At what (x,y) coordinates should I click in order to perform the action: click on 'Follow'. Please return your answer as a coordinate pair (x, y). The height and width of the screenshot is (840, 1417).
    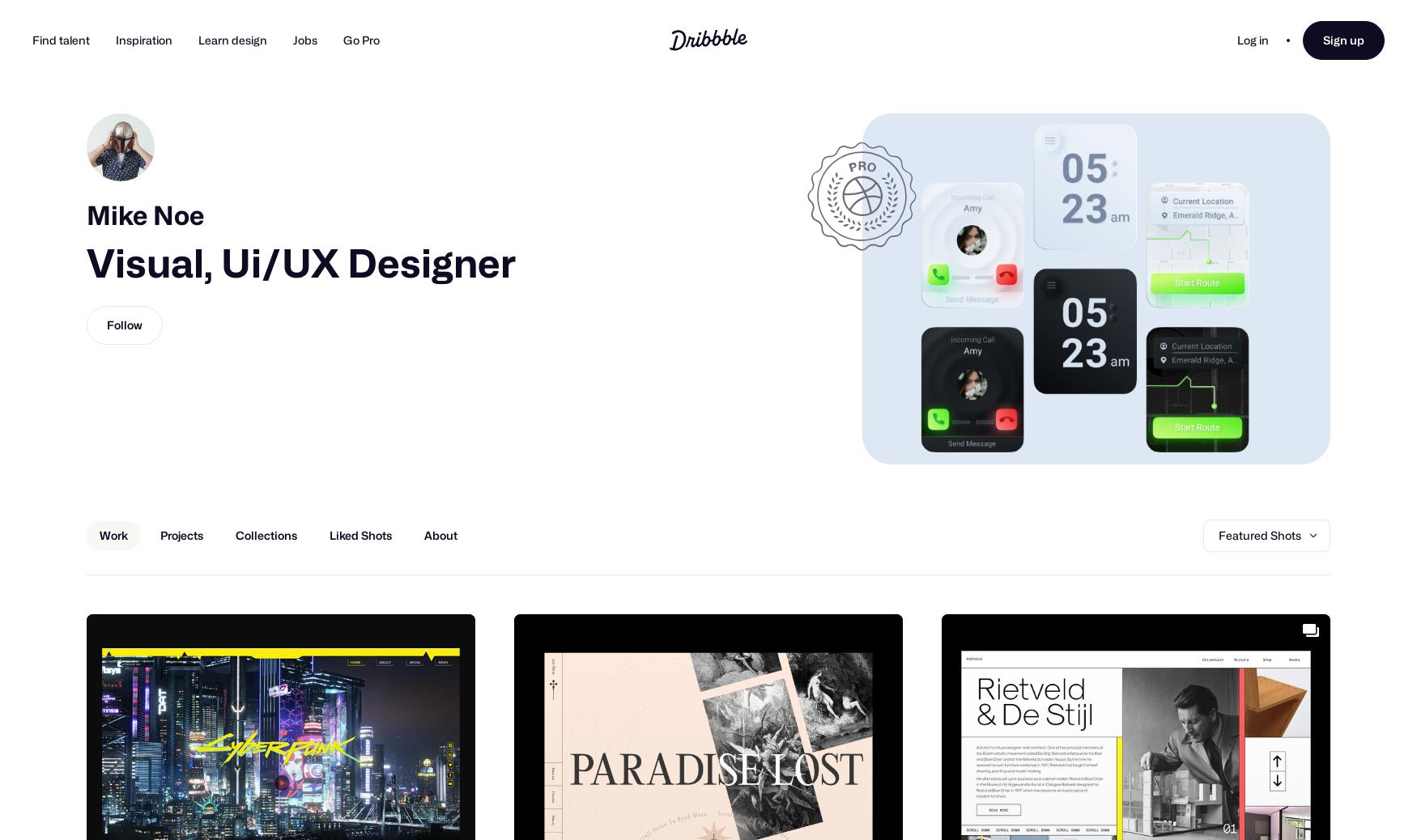
    Looking at the image, I should click on (124, 325).